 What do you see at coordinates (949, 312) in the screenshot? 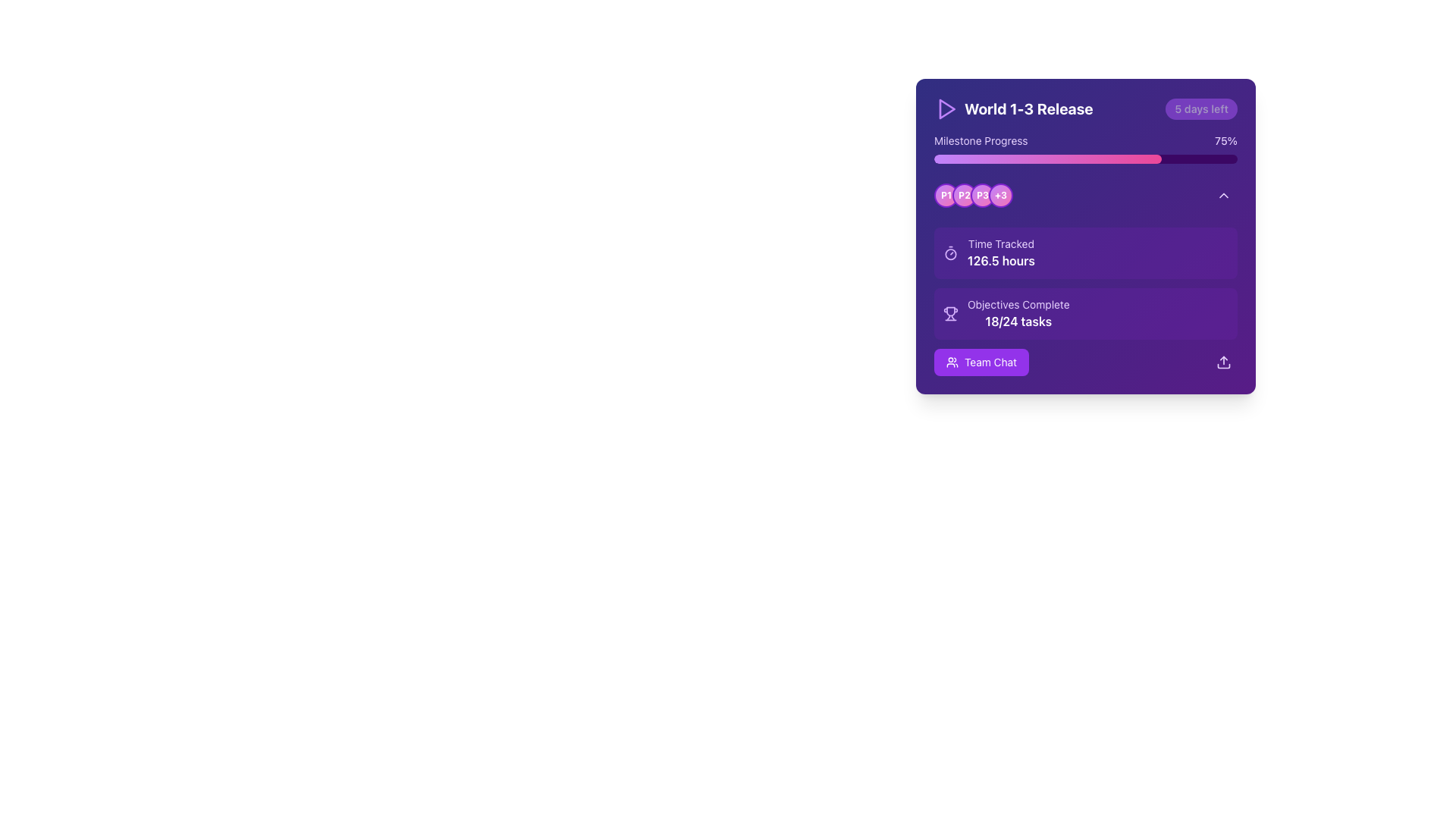
I see `the purple trophy icon located at the top-left of the 'Objectives Complete' section within the task card` at bounding box center [949, 312].